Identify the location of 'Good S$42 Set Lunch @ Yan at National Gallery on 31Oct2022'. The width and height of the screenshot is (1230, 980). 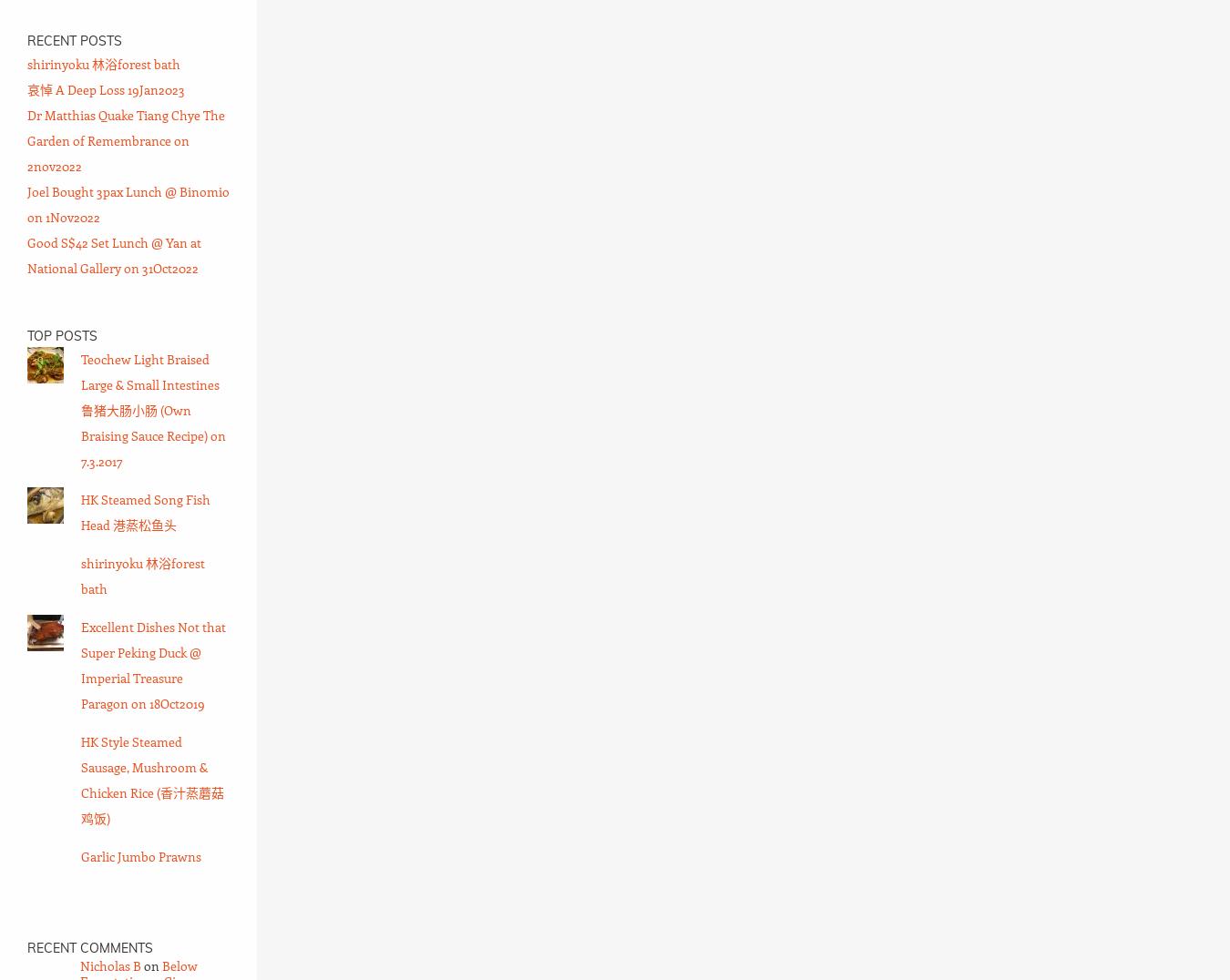
(114, 254).